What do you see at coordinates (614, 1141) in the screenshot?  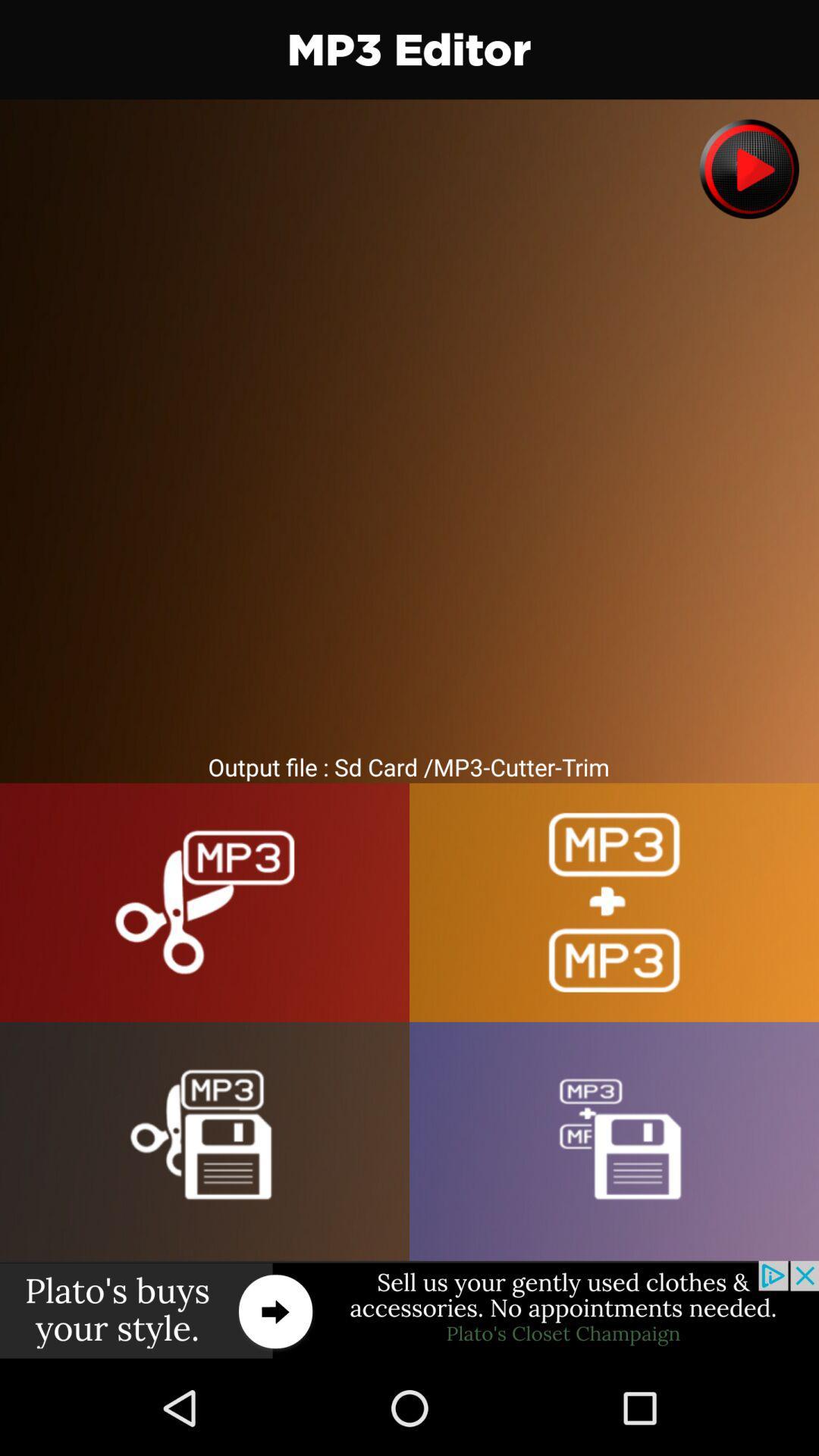 I see `choose the selection` at bounding box center [614, 1141].